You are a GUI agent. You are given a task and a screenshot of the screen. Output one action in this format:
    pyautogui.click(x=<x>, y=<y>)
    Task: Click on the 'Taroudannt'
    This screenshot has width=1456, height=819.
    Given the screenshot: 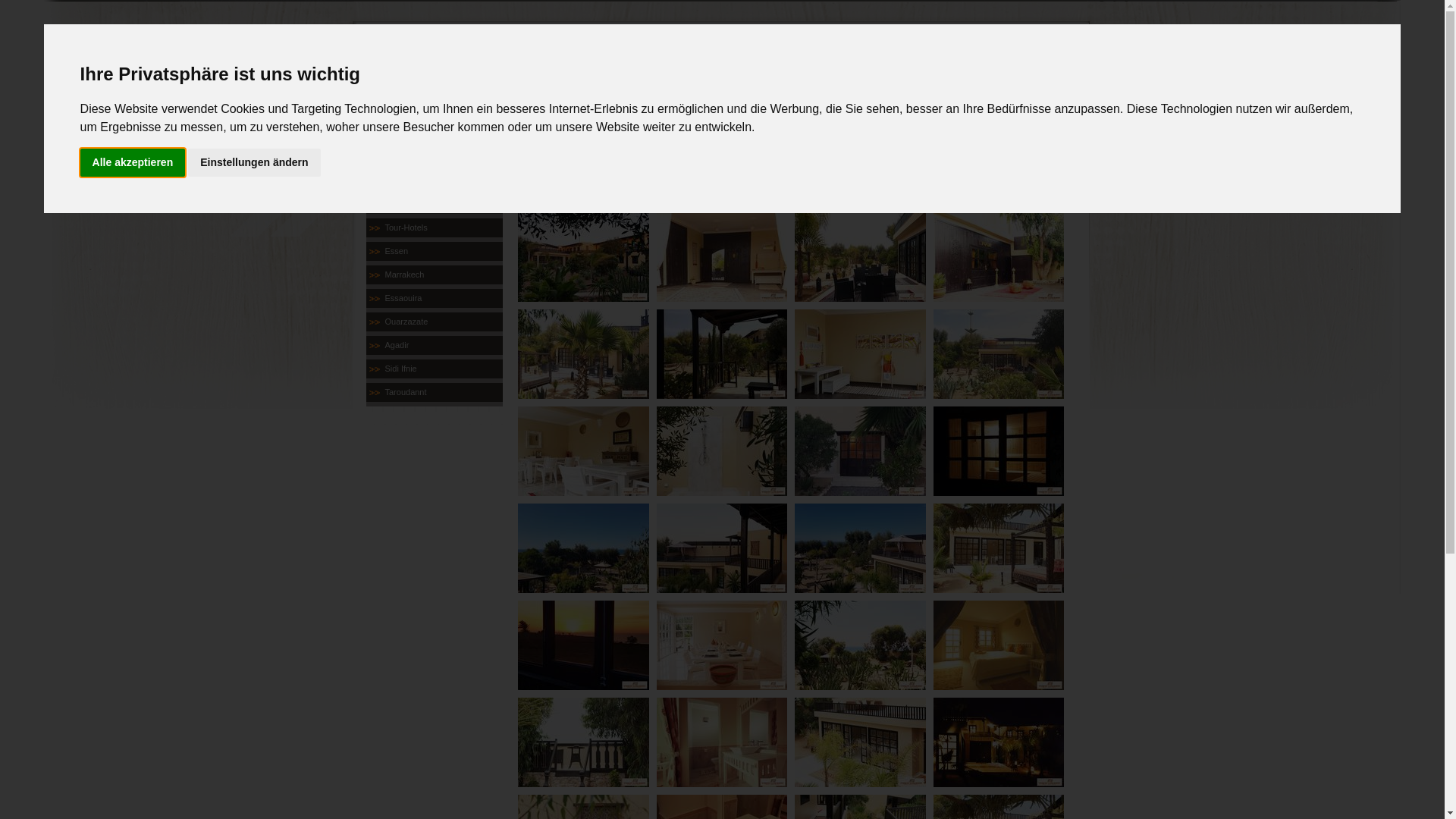 What is the action you would take?
    pyautogui.click(x=432, y=391)
    